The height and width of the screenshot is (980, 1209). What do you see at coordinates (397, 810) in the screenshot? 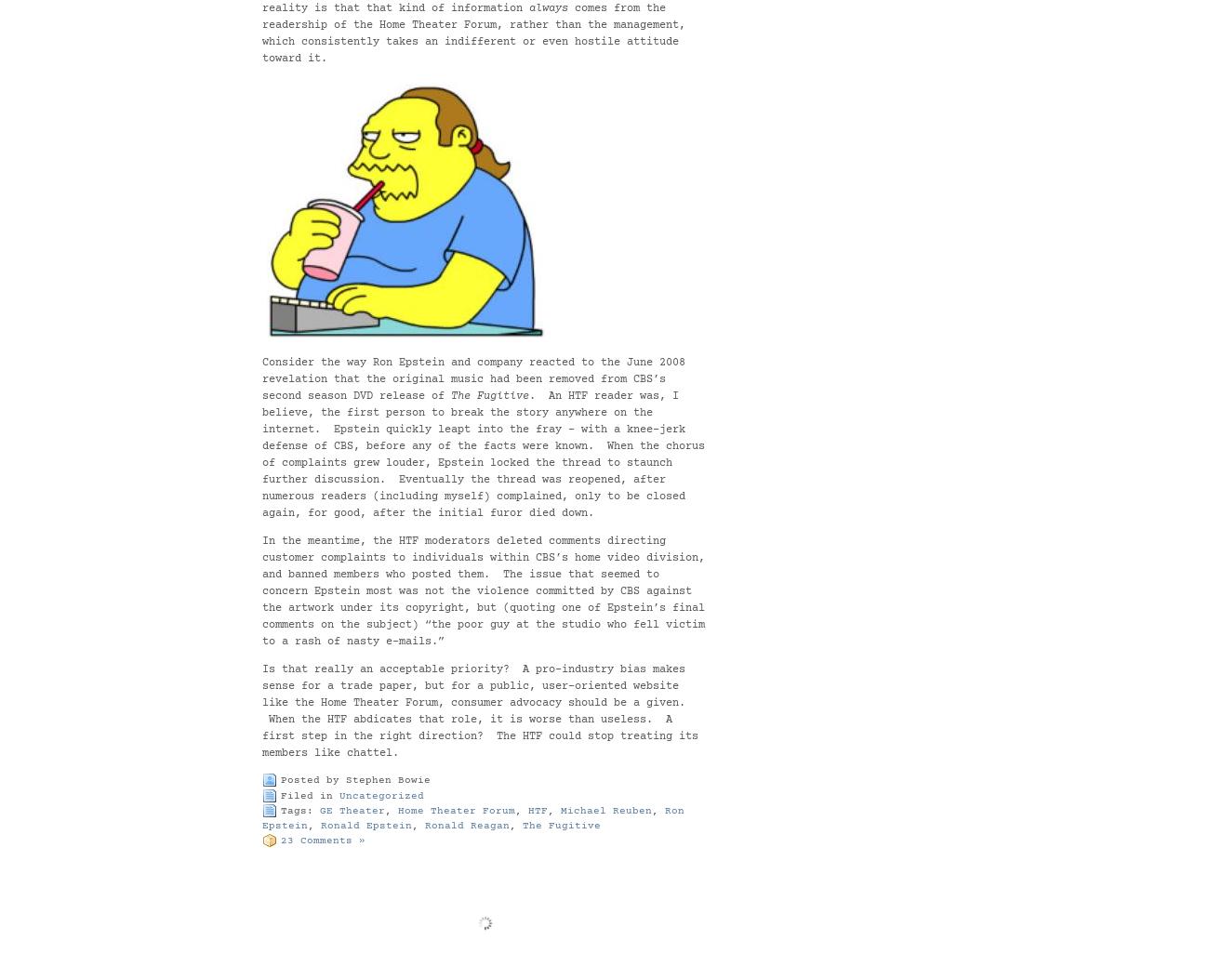
I see `'Home Theater Forum'` at bounding box center [397, 810].